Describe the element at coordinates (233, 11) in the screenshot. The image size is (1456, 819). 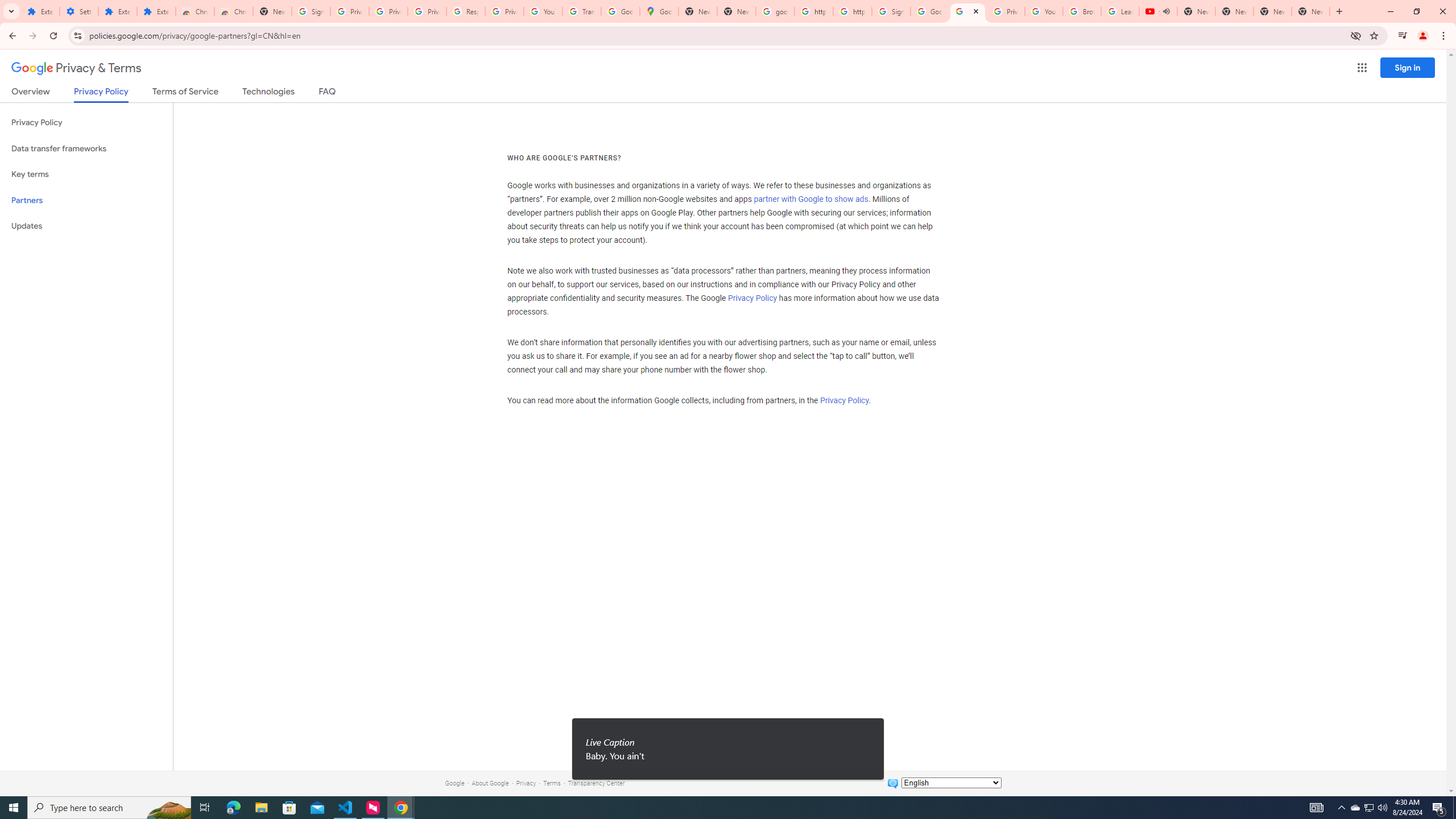
I see `'Chrome Web Store - Themes'` at that location.